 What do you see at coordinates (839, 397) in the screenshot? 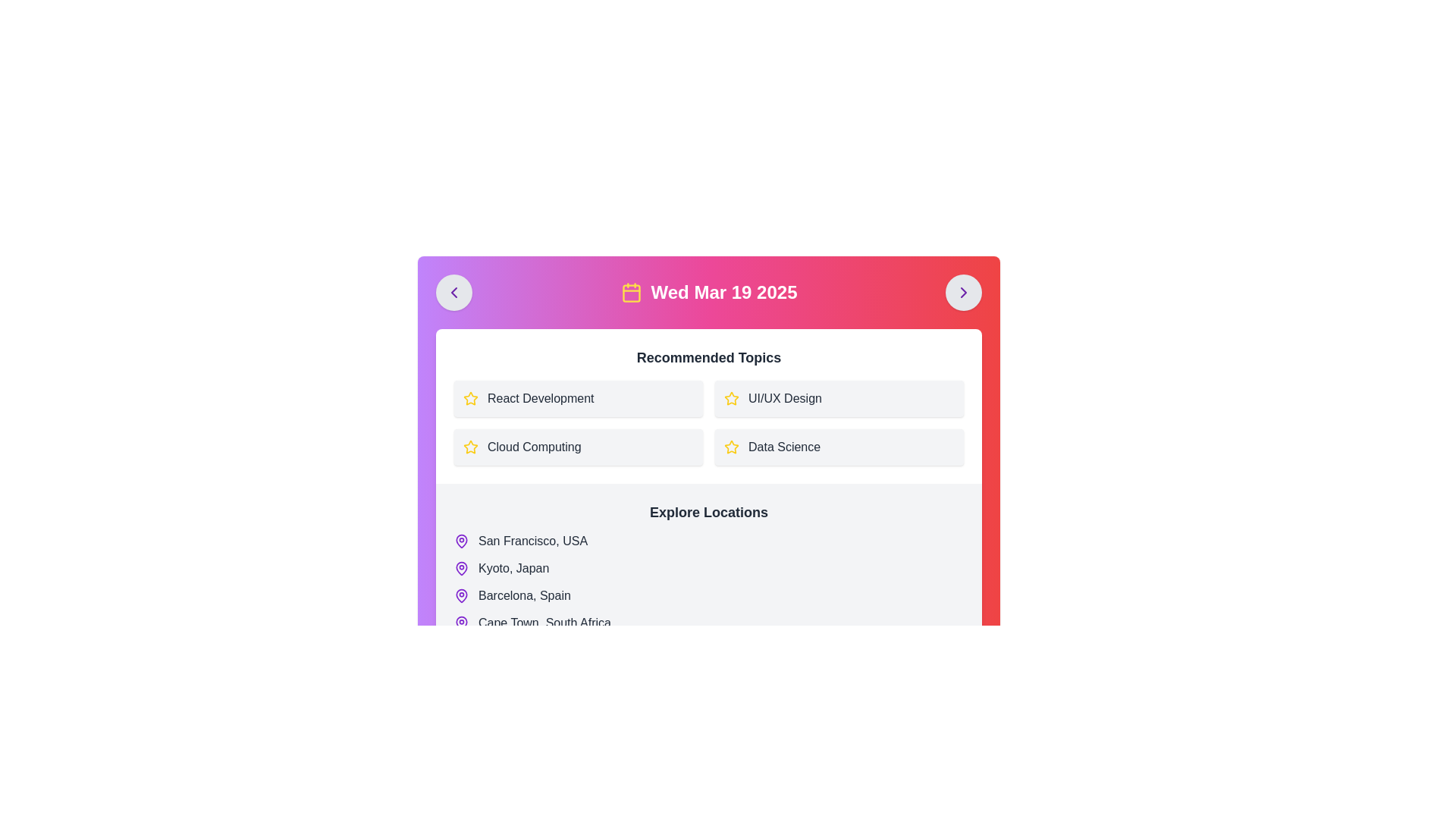
I see `the 'UI/UX Design' button located in the top-right quadrant of the grid layout under the 'Recommended Topics' section` at bounding box center [839, 397].